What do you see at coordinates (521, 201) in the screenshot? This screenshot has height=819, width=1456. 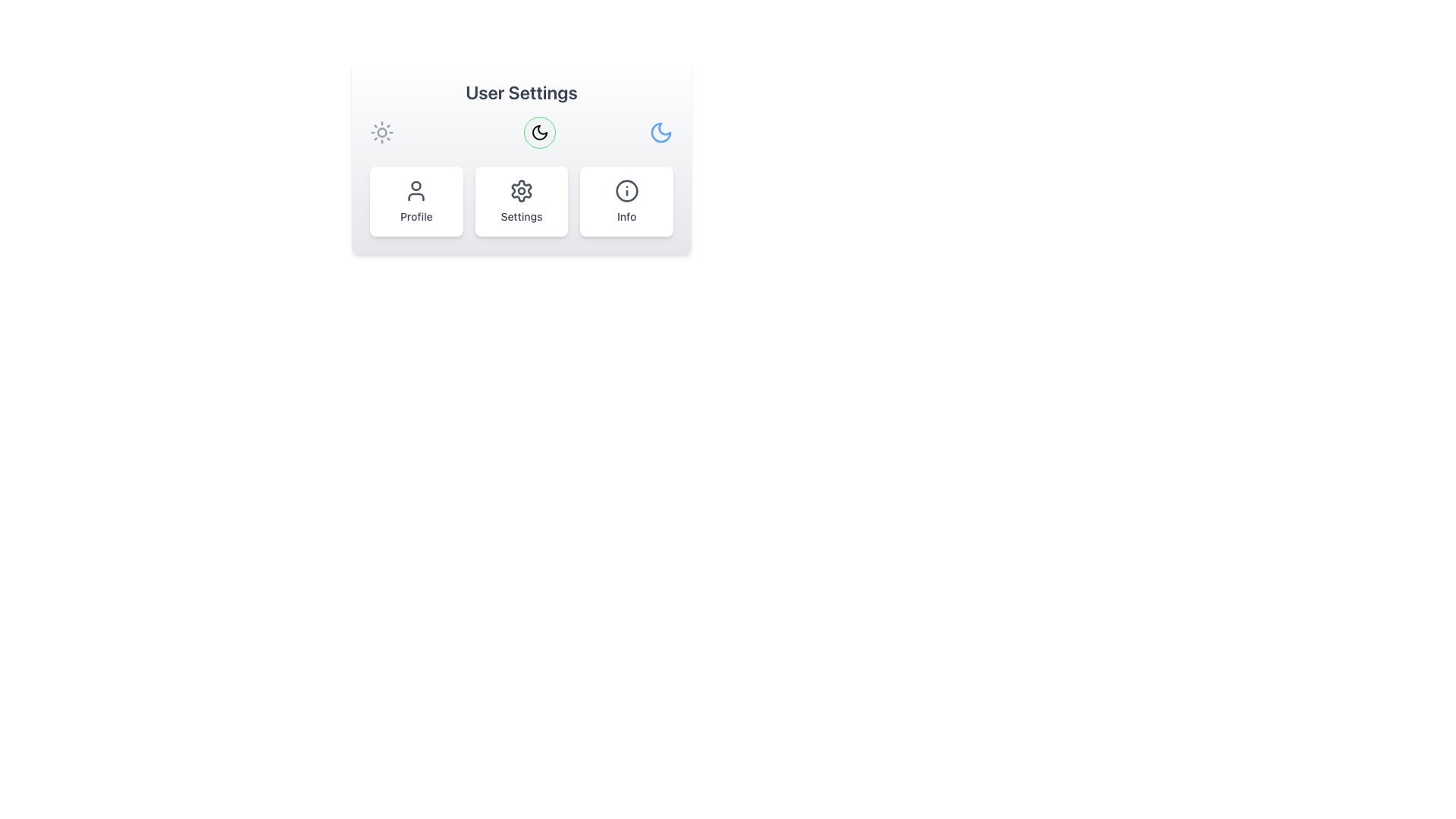 I see `the 'Settings' button, which is a rectangular card with a white background, shadow effect, and a gear icon at the top` at bounding box center [521, 201].